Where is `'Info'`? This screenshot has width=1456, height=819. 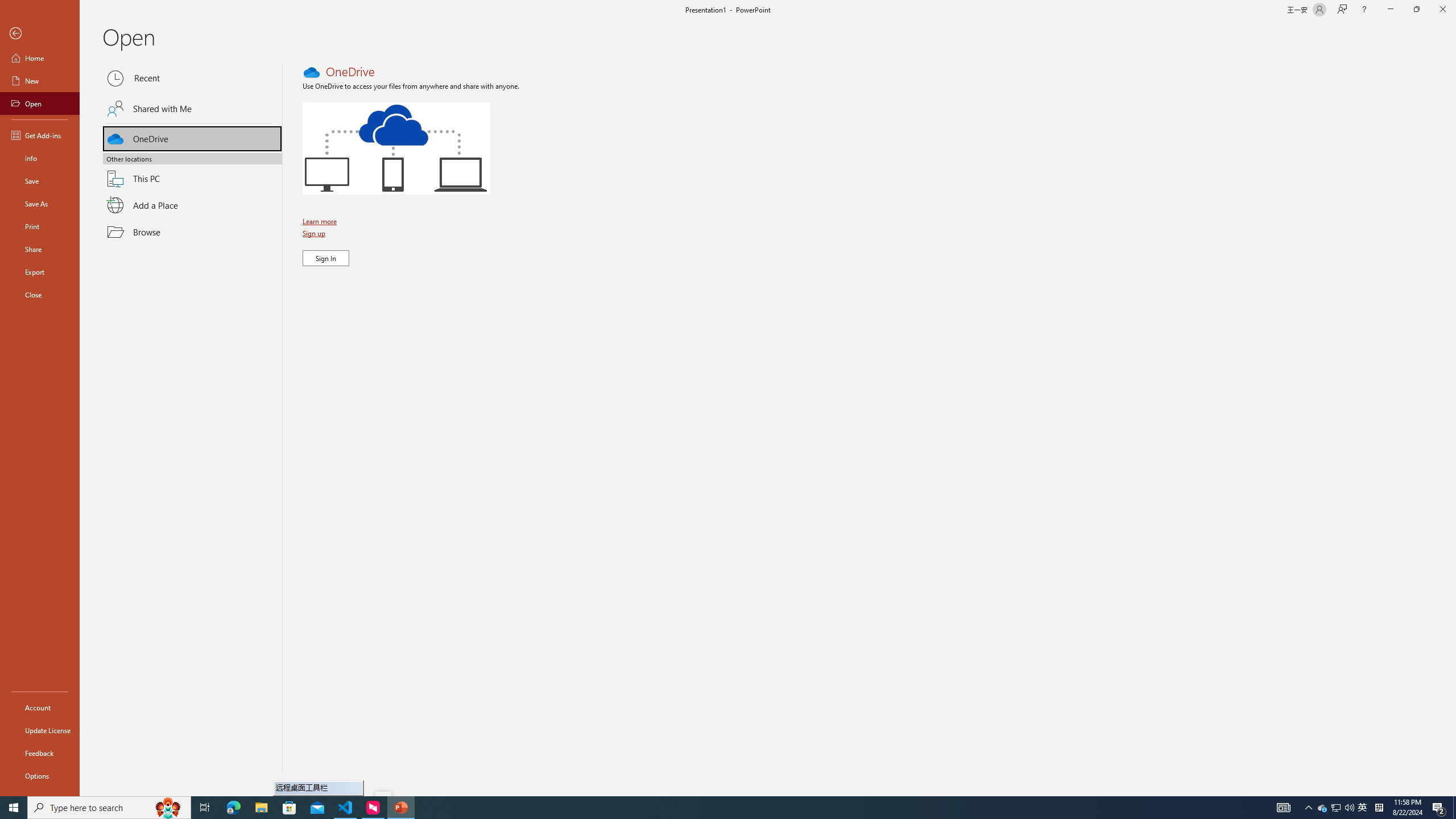
'Info' is located at coordinates (39, 157).